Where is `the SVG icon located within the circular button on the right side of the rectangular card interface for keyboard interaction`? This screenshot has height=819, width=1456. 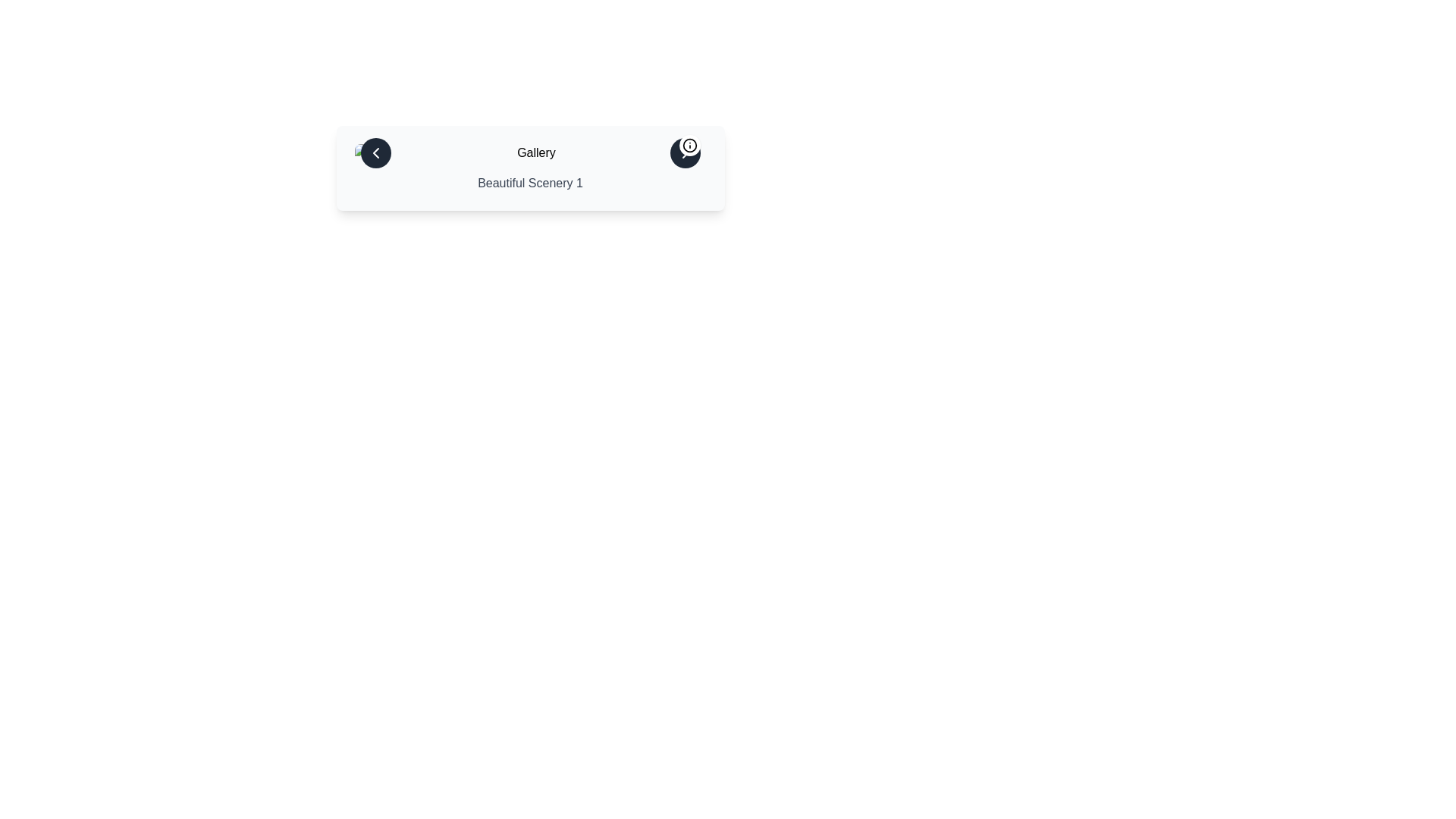 the SVG icon located within the circular button on the right side of the rectangular card interface for keyboard interaction is located at coordinates (684, 152).